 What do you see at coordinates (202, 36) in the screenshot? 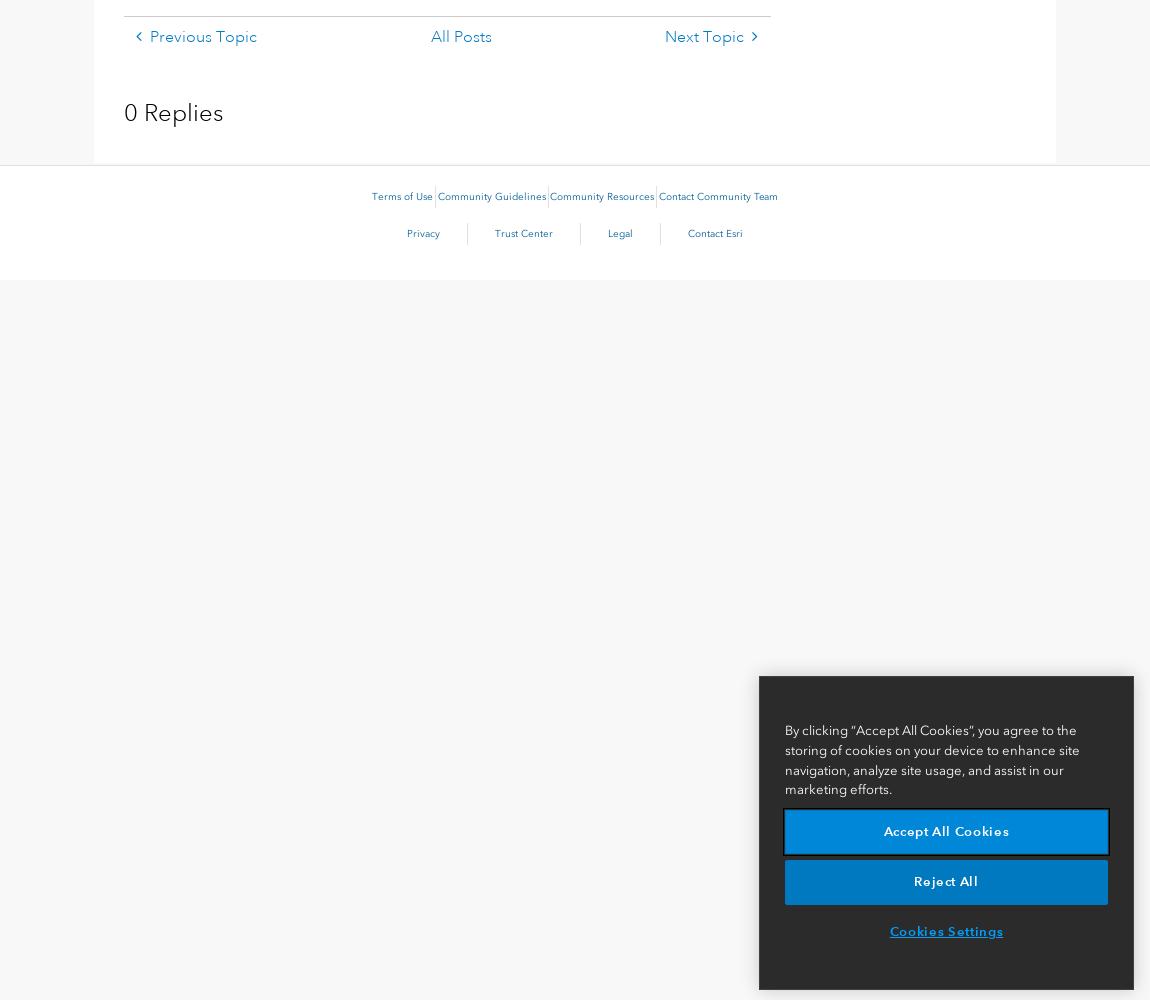
I see `'Previous Topic'` at bounding box center [202, 36].